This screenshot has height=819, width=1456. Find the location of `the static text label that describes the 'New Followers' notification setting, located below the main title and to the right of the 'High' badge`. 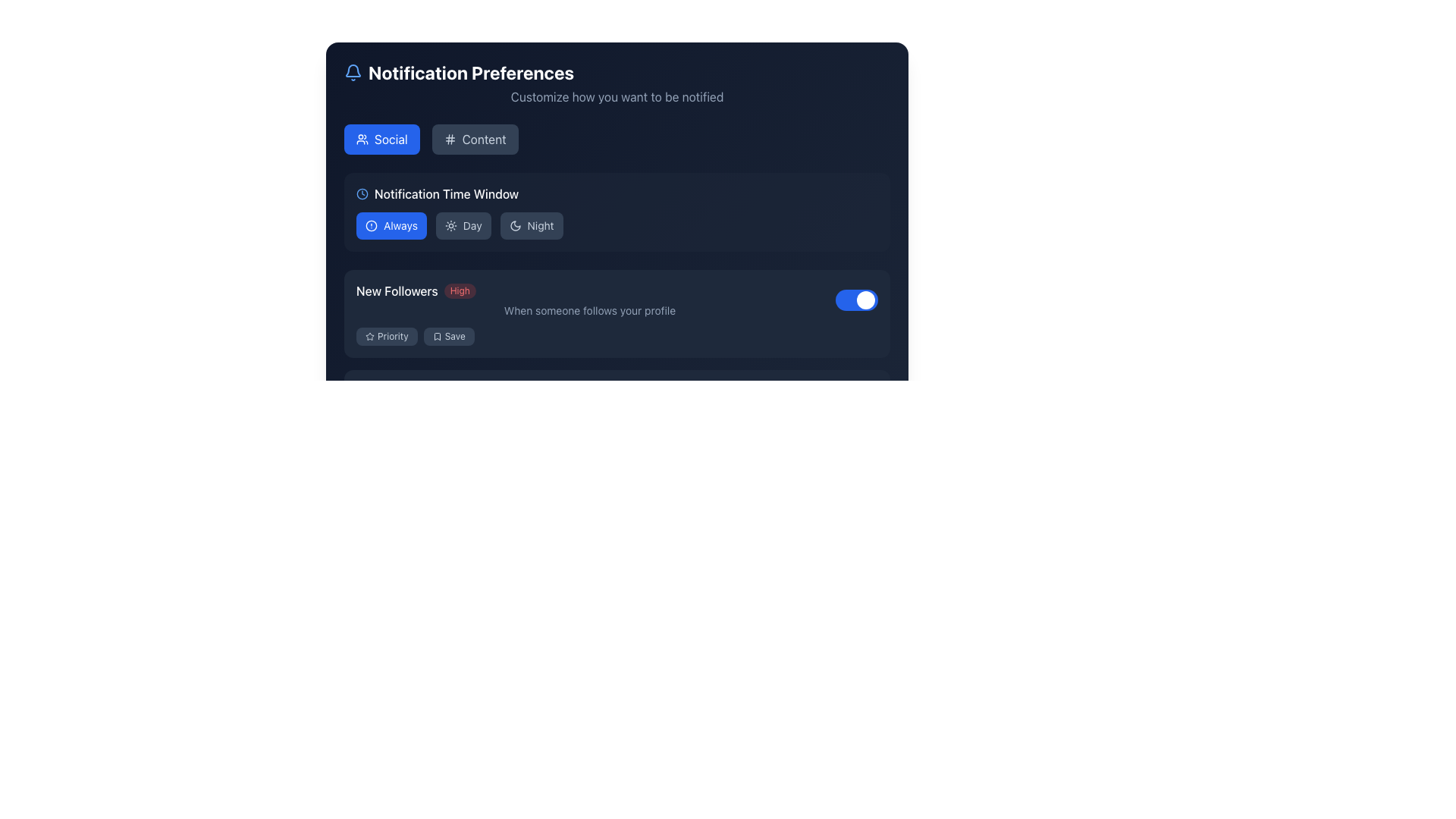

the static text label that describes the 'New Followers' notification setting, located below the main title and to the right of the 'High' badge is located at coordinates (588, 309).